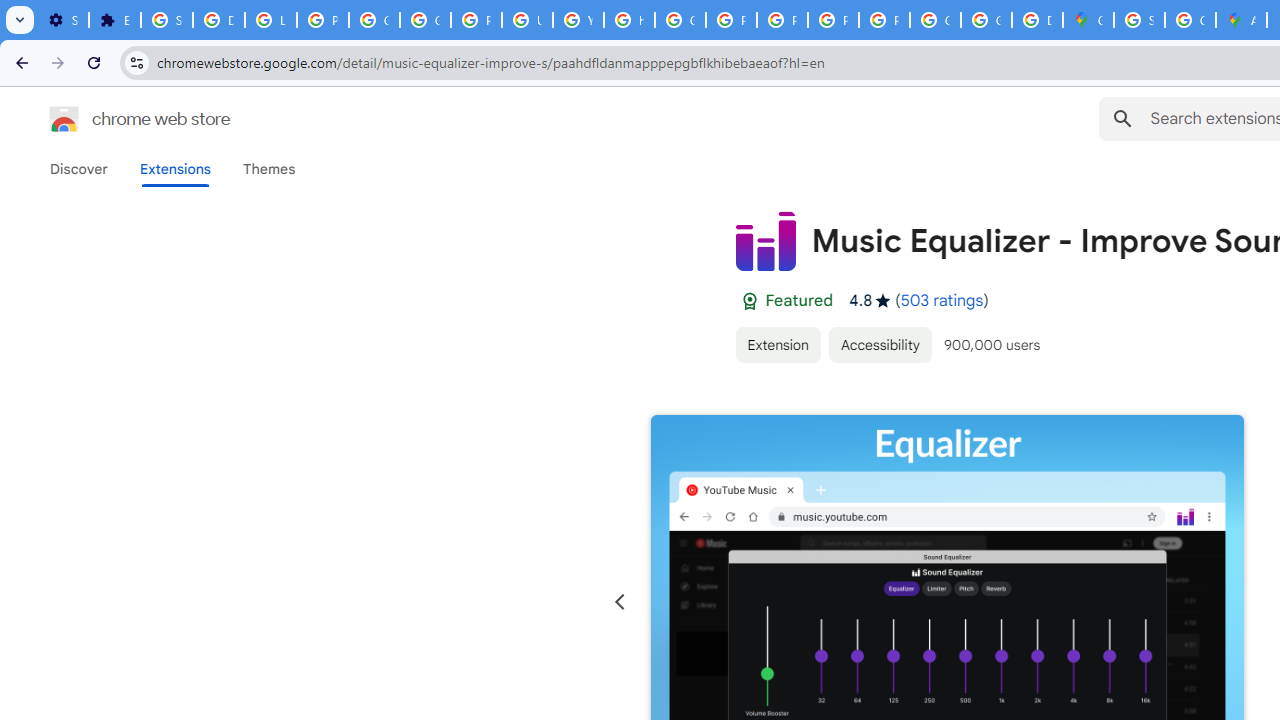 Image resolution: width=1280 pixels, height=720 pixels. Describe the element at coordinates (268, 168) in the screenshot. I see `'Themes'` at that location.